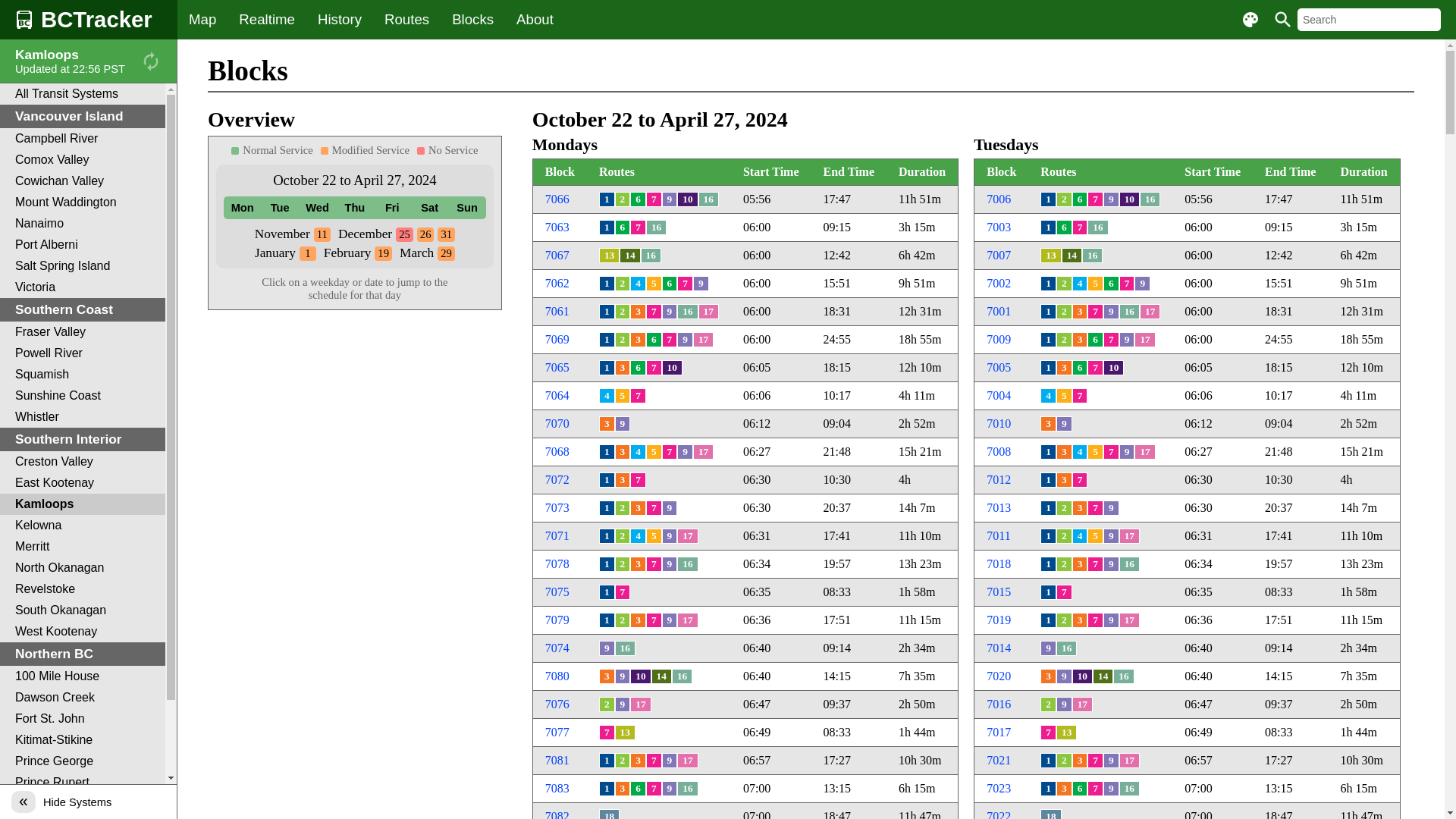 The height and width of the screenshot is (819, 1456). I want to click on '1', so click(607, 227).